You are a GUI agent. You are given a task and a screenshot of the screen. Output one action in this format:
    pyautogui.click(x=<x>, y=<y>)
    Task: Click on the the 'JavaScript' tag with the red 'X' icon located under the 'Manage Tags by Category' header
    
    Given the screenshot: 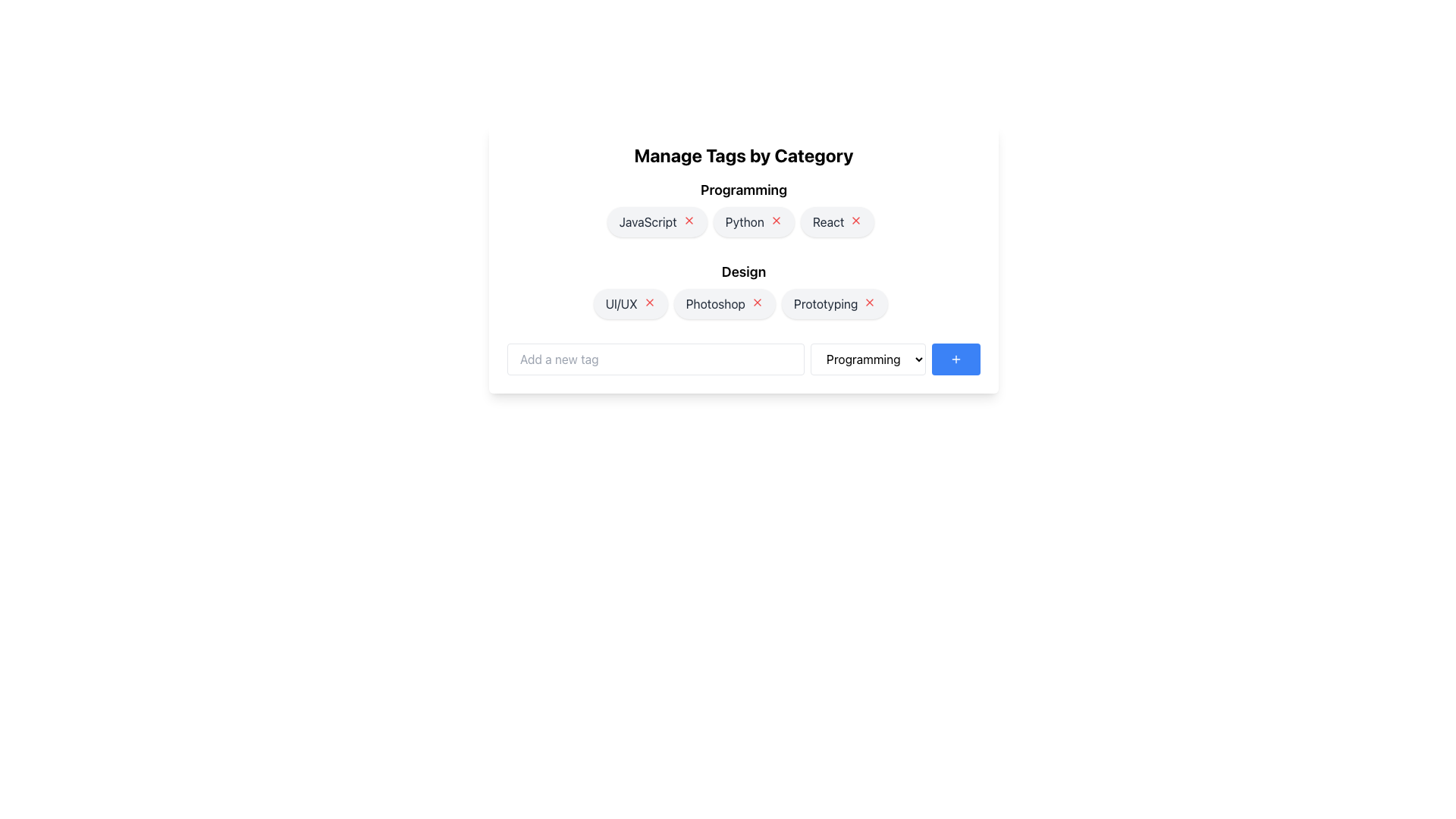 What is the action you would take?
    pyautogui.click(x=657, y=222)
    